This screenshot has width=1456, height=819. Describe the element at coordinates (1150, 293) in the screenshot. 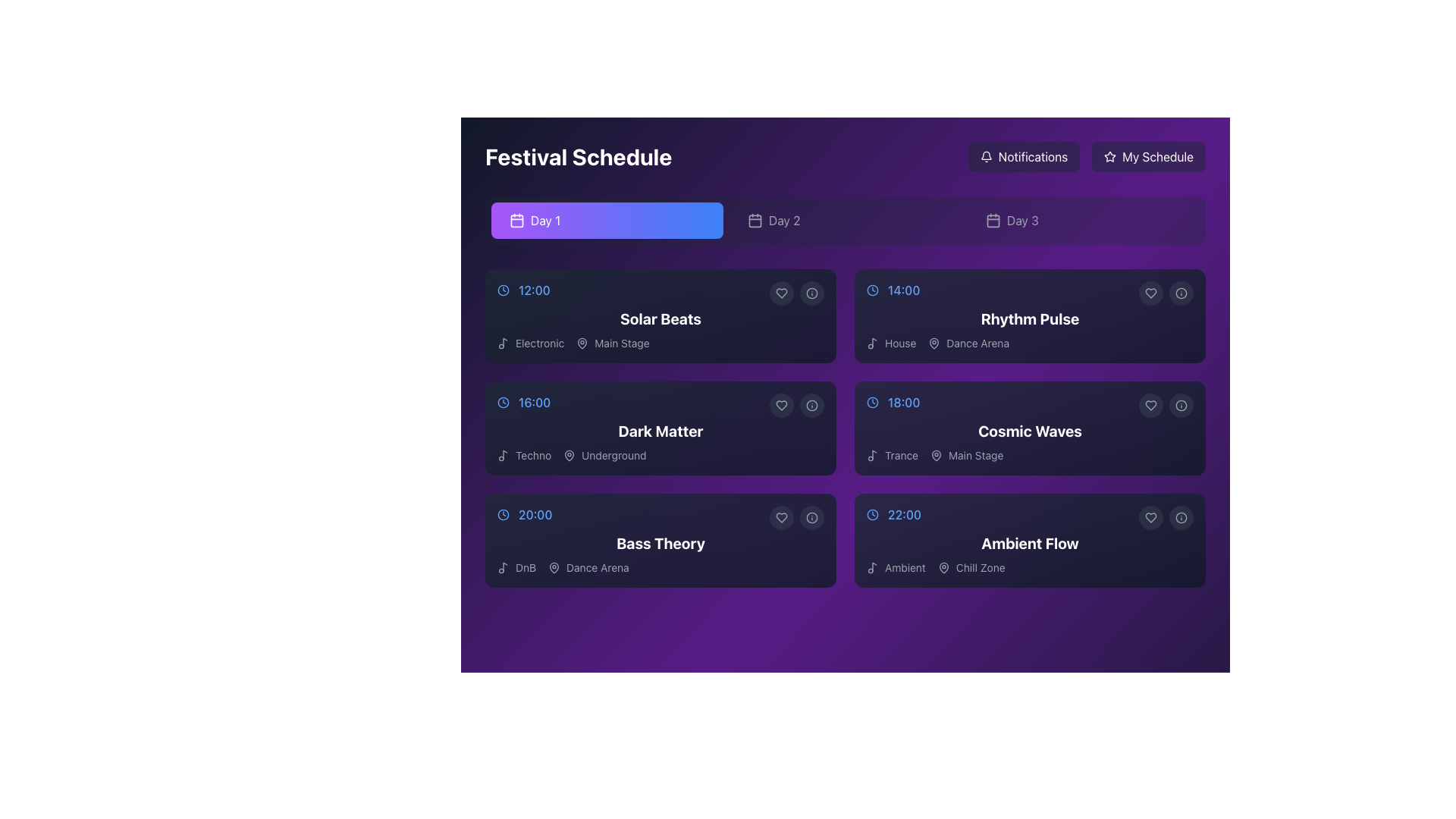

I see `the heart-shaped button located in the top-right corner of the 'Rhythm Pulse' schedule card` at that location.